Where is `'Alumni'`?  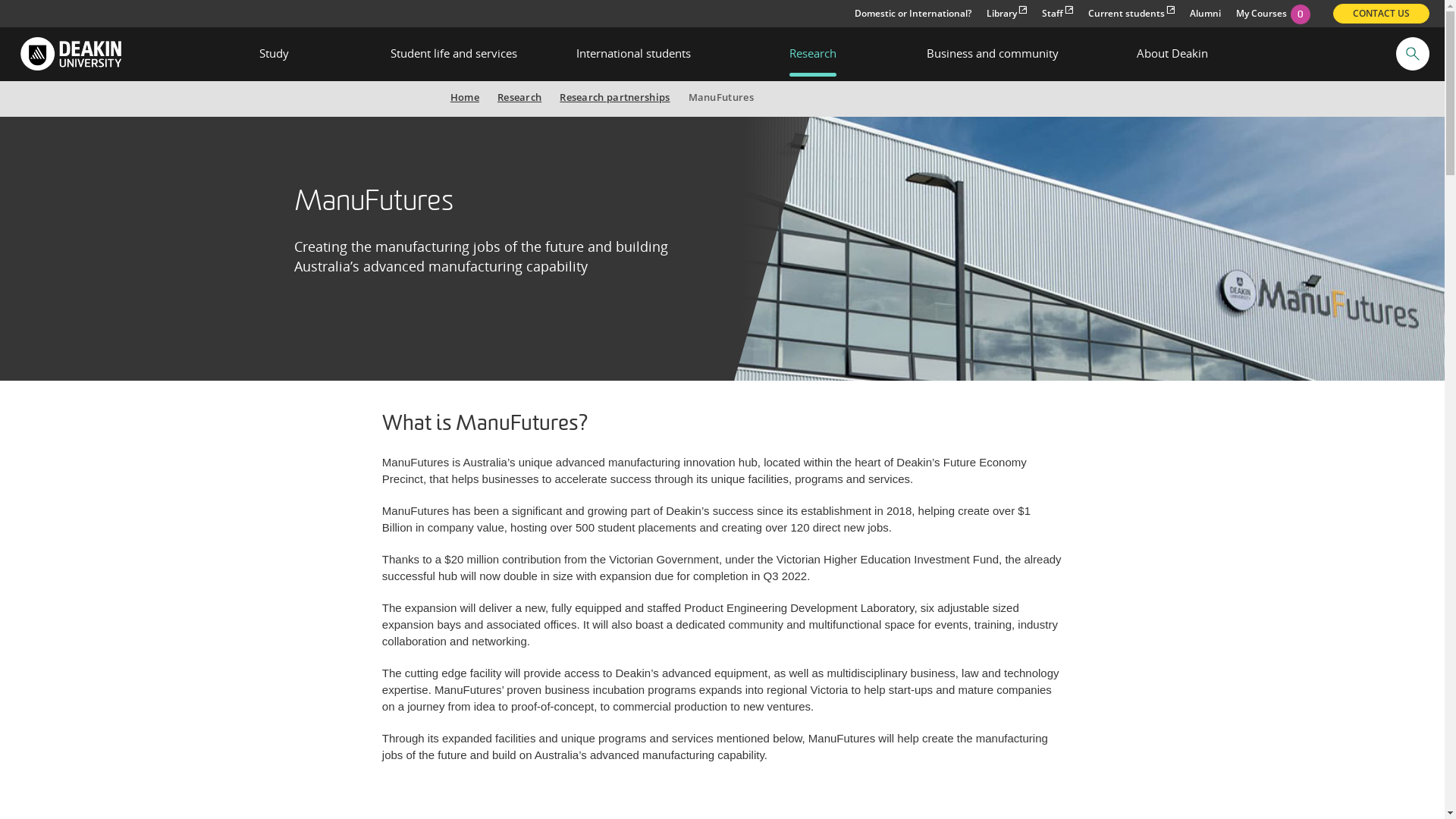 'Alumni' is located at coordinates (1204, 14).